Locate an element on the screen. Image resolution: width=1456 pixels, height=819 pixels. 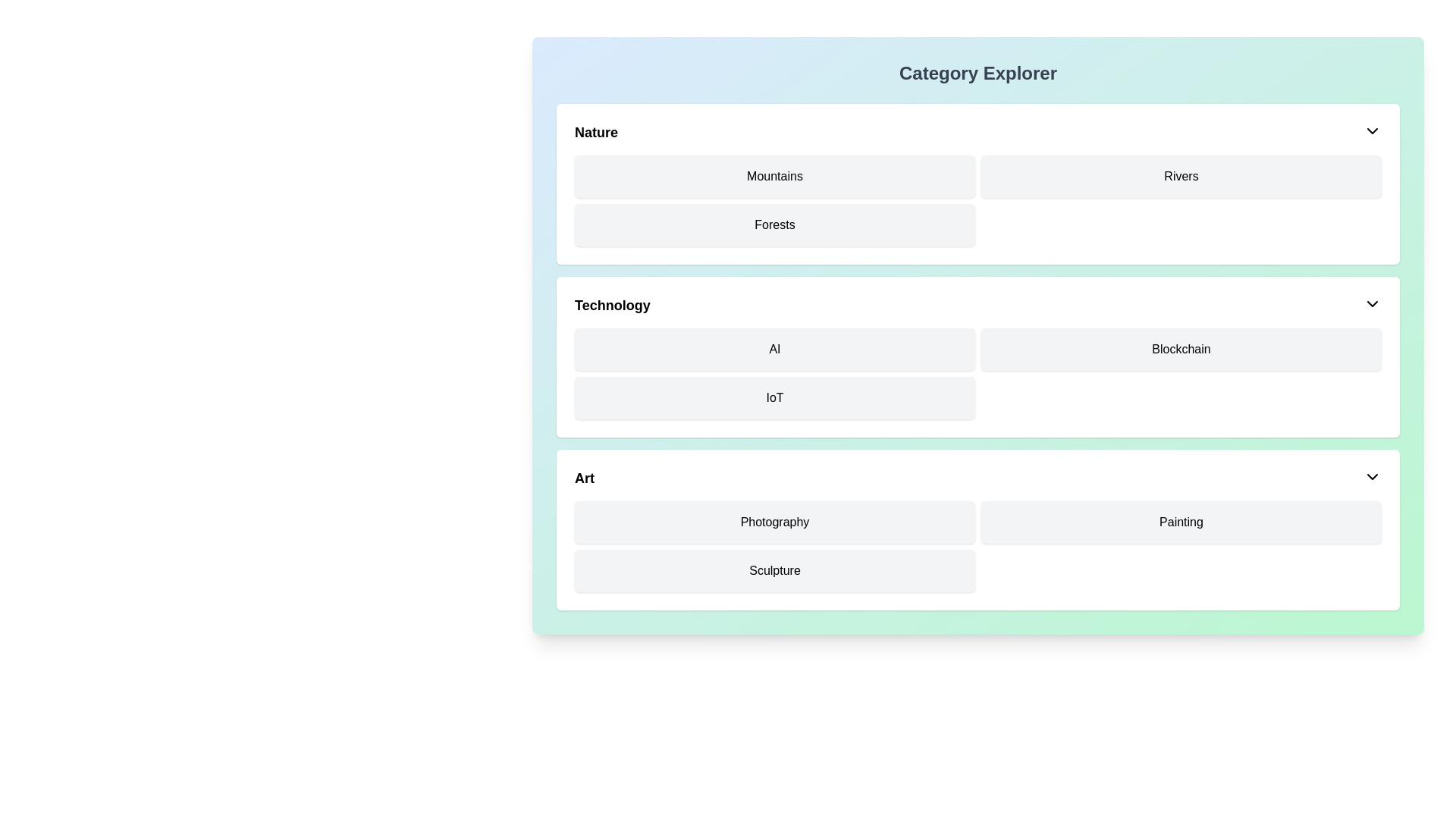
the 'AI' category label in the top-left corner of the grid under the 'Technology' section is located at coordinates (775, 350).